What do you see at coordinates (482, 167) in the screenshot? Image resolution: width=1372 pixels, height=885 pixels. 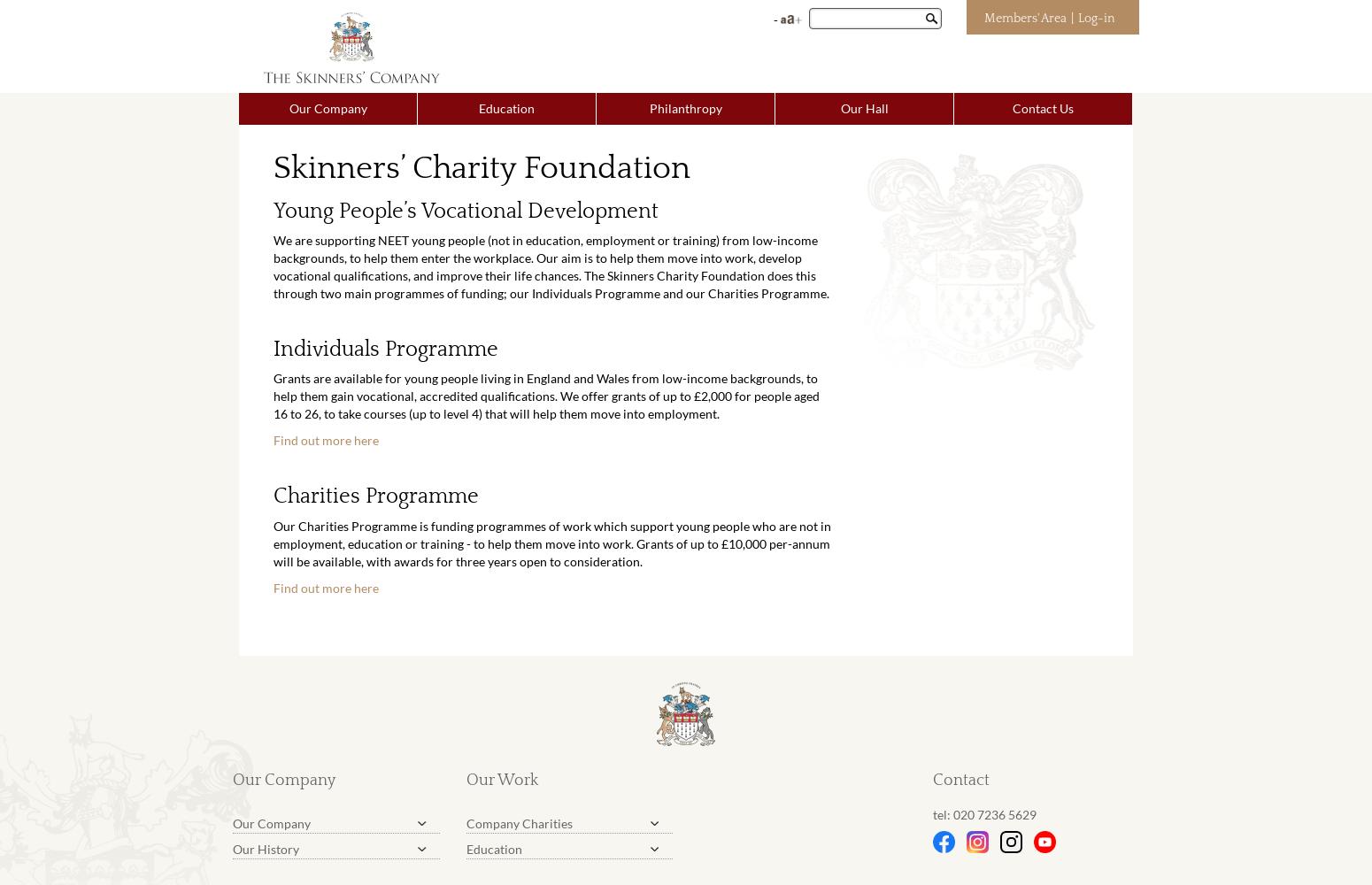 I see `'Skinners’ Charity Foundation'` at bounding box center [482, 167].